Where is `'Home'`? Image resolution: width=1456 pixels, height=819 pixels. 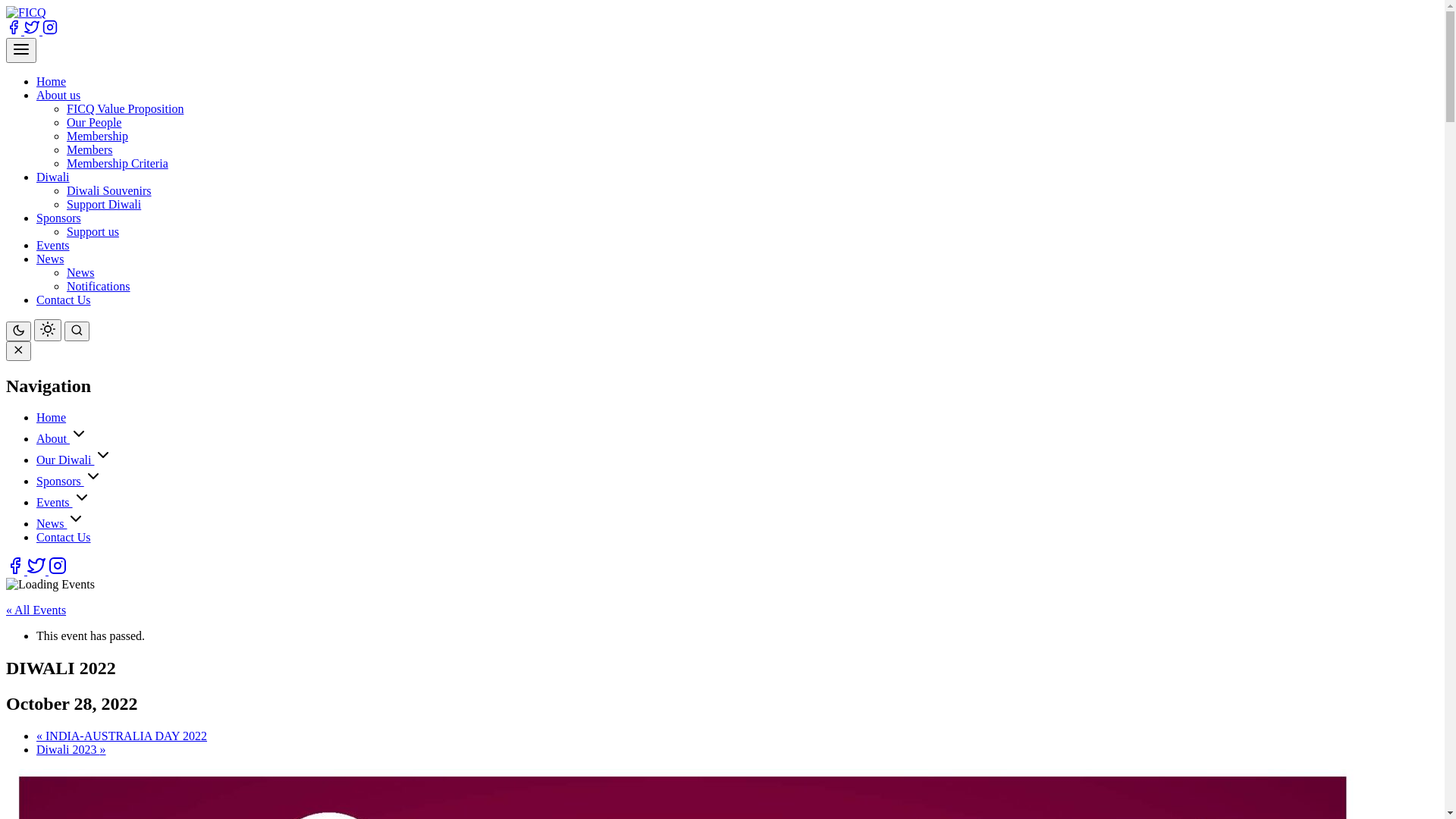 'Home' is located at coordinates (51, 81).